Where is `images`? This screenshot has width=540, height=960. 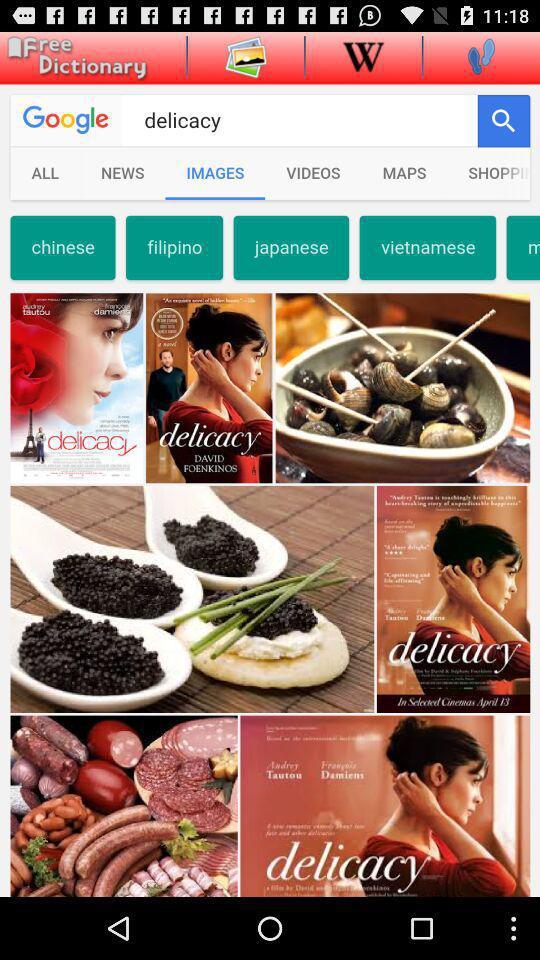 images is located at coordinates (246, 55).